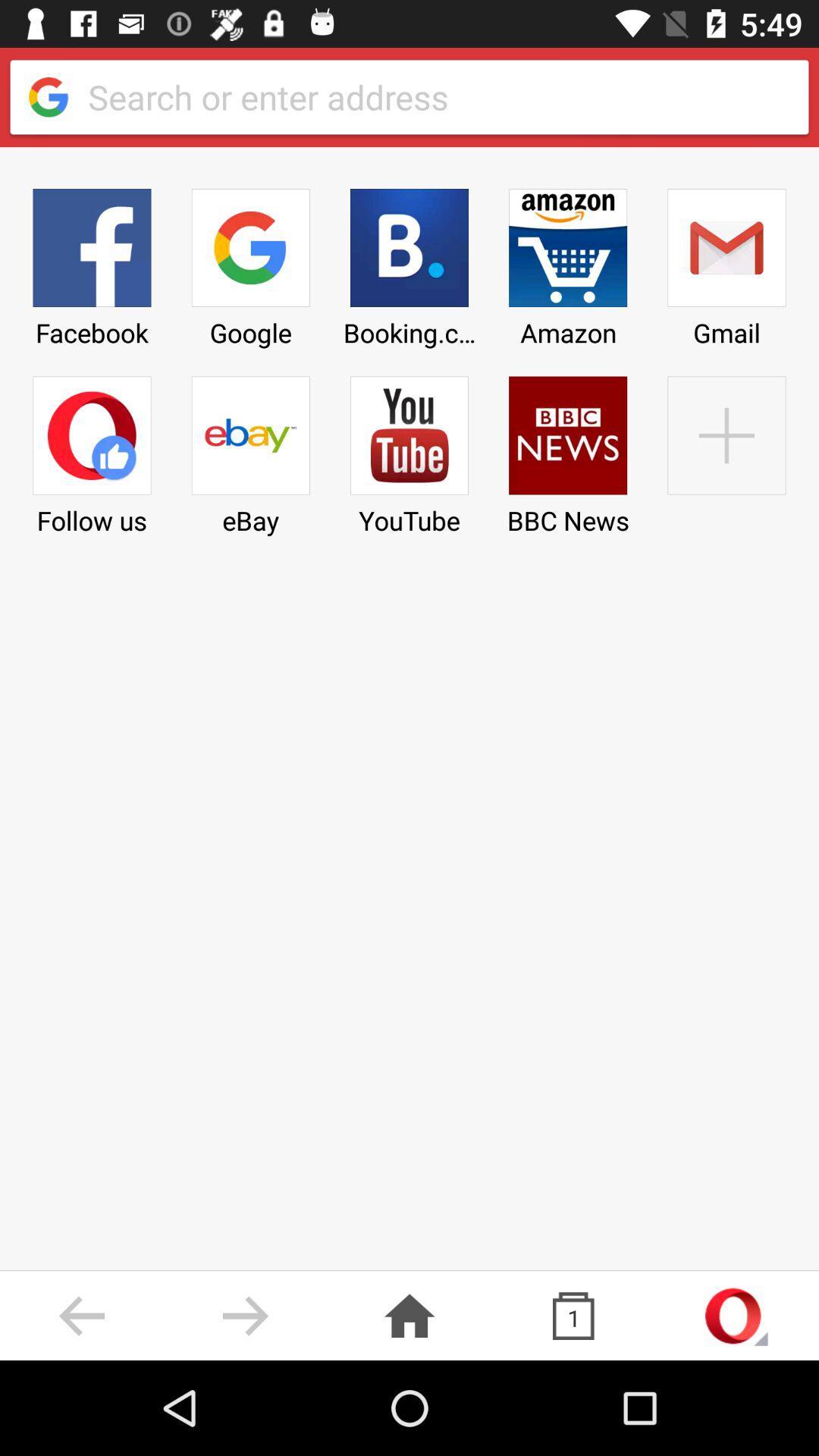  What do you see at coordinates (245, 1315) in the screenshot?
I see `the arrow_forward icon` at bounding box center [245, 1315].